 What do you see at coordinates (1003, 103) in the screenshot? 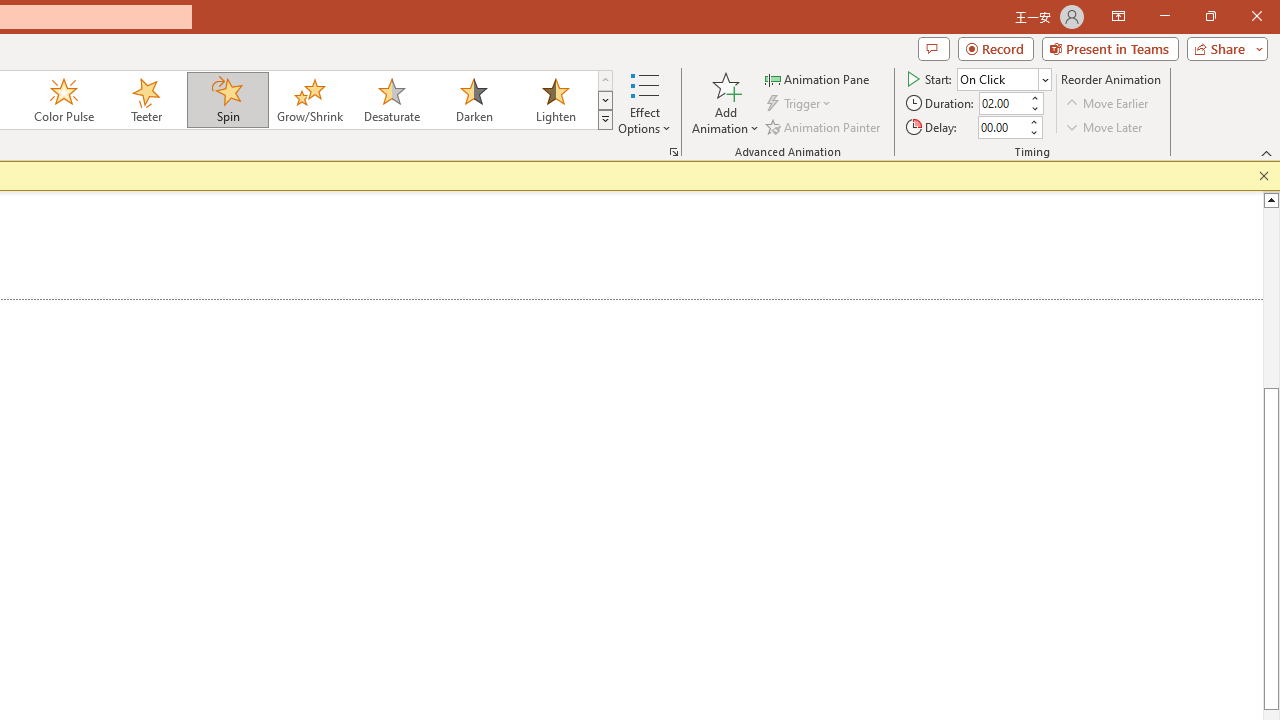
I see `'Animation Duration'` at bounding box center [1003, 103].